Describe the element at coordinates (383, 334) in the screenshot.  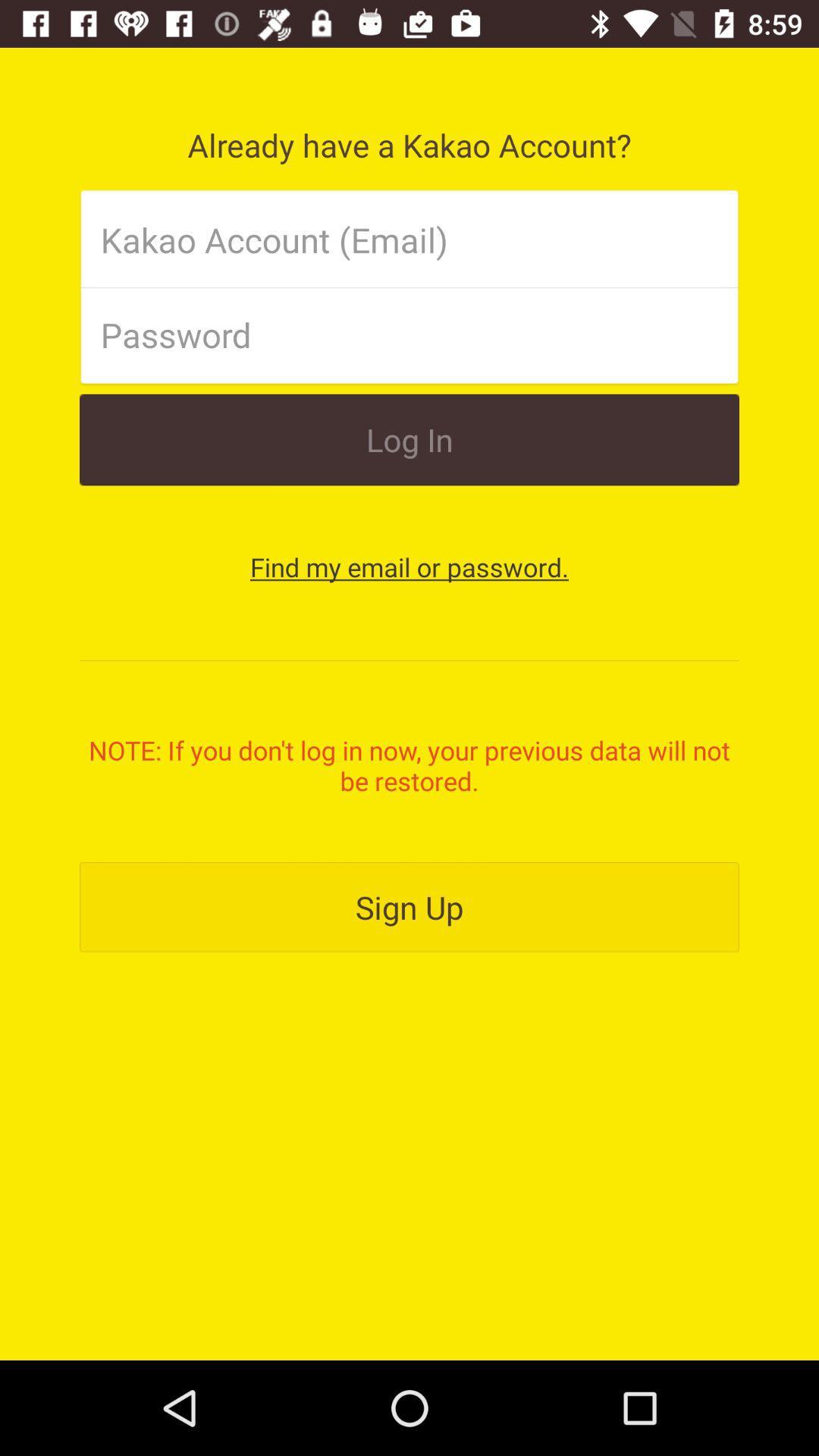
I see `password` at that location.